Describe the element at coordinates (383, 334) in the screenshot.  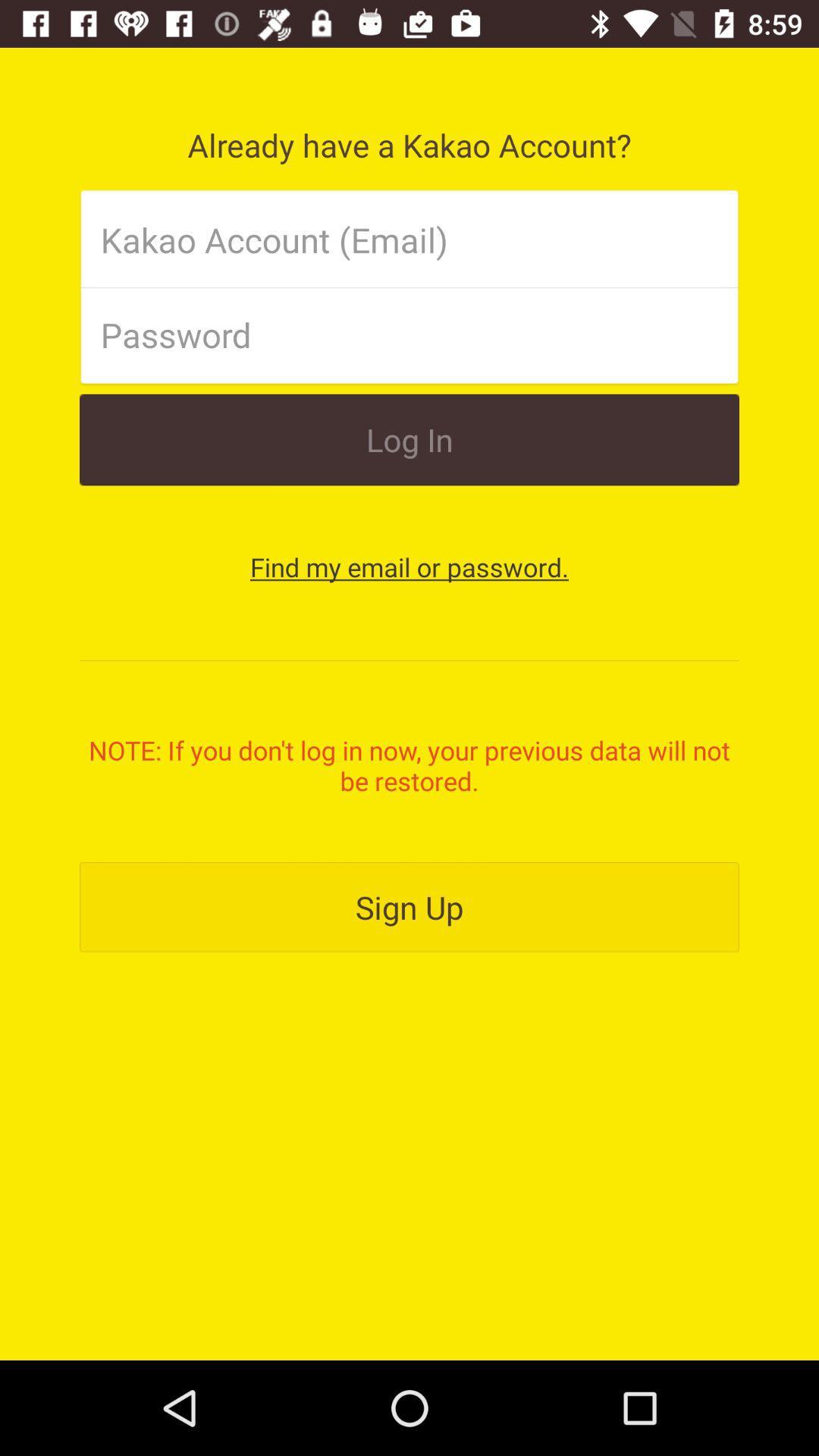
I see `password` at that location.